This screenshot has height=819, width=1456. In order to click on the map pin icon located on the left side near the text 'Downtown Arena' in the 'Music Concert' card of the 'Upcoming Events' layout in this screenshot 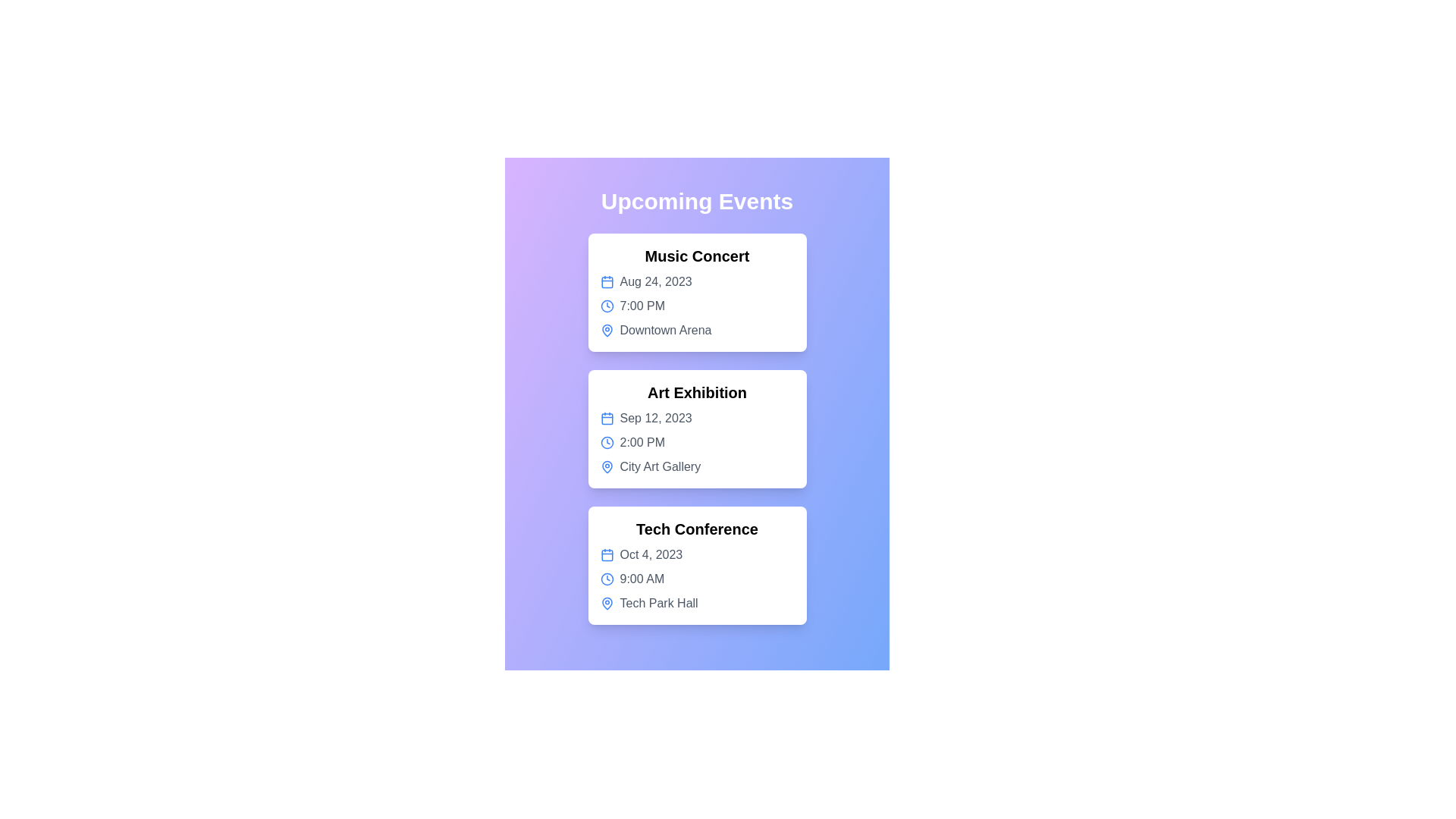, I will do `click(607, 329)`.